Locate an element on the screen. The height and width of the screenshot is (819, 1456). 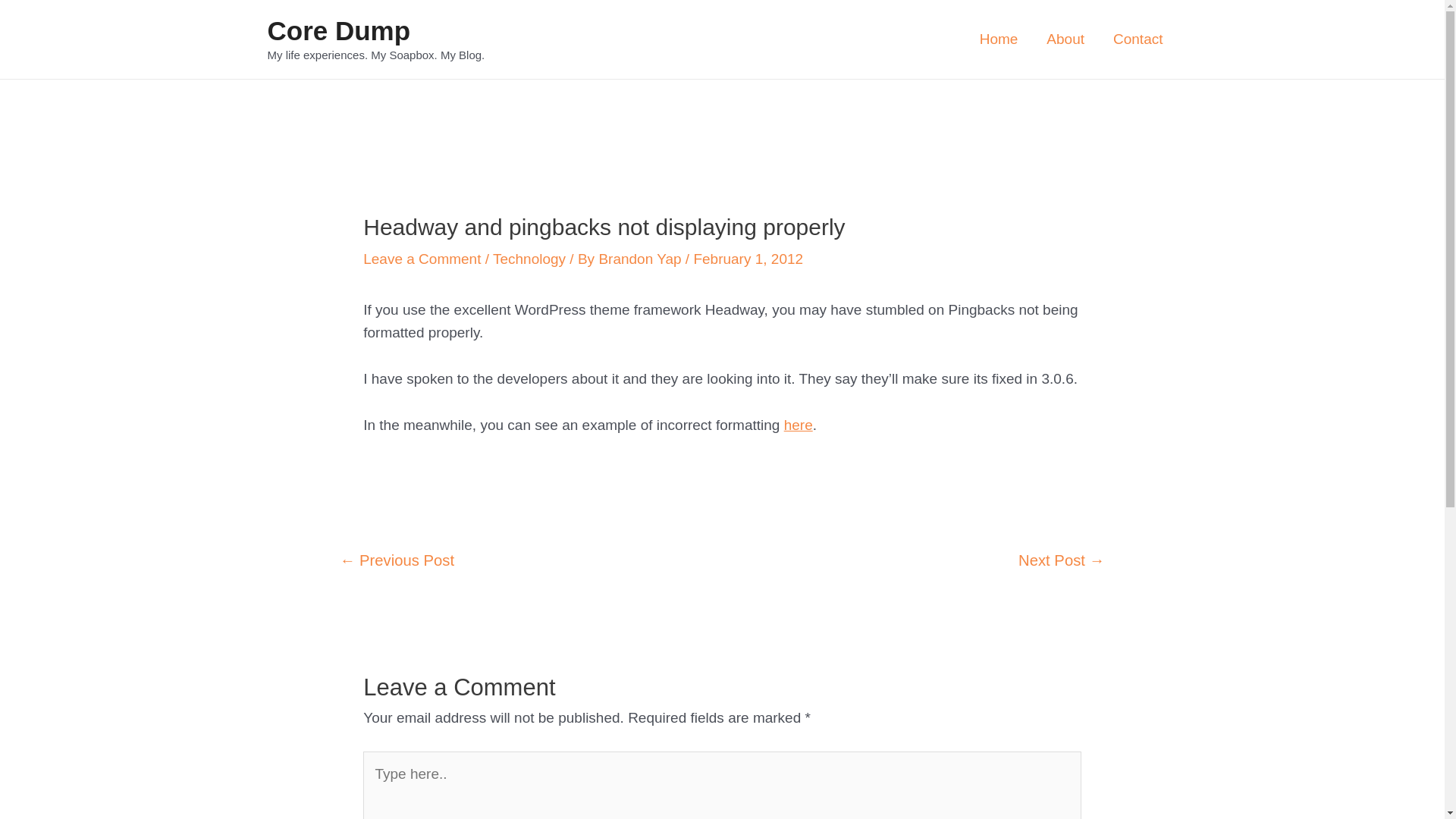
'Contact' is located at coordinates (1137, 38).